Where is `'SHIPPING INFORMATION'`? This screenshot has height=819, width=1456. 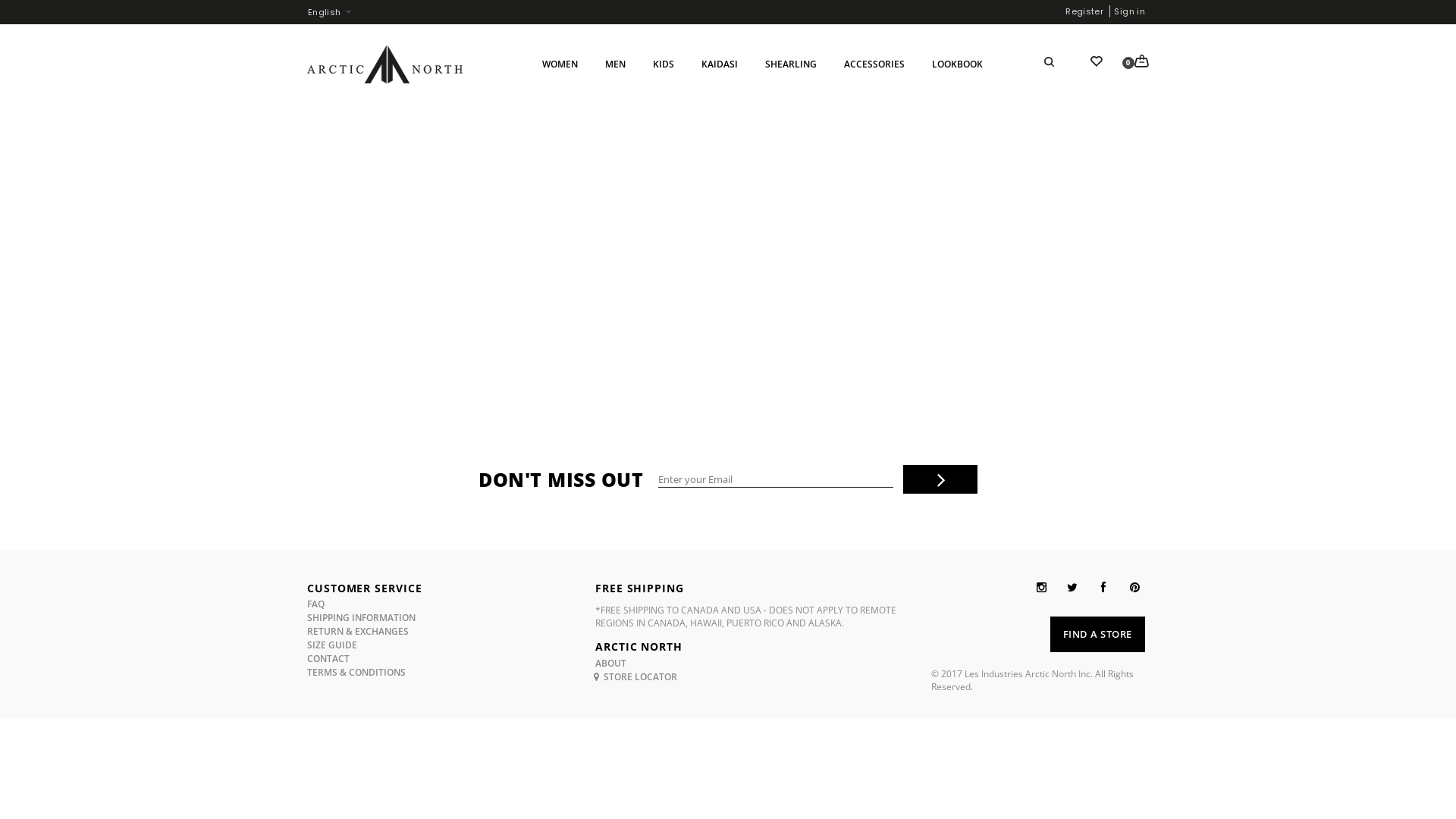
'SHIPPING INFORMATION' is located at coordinates (360, 617).